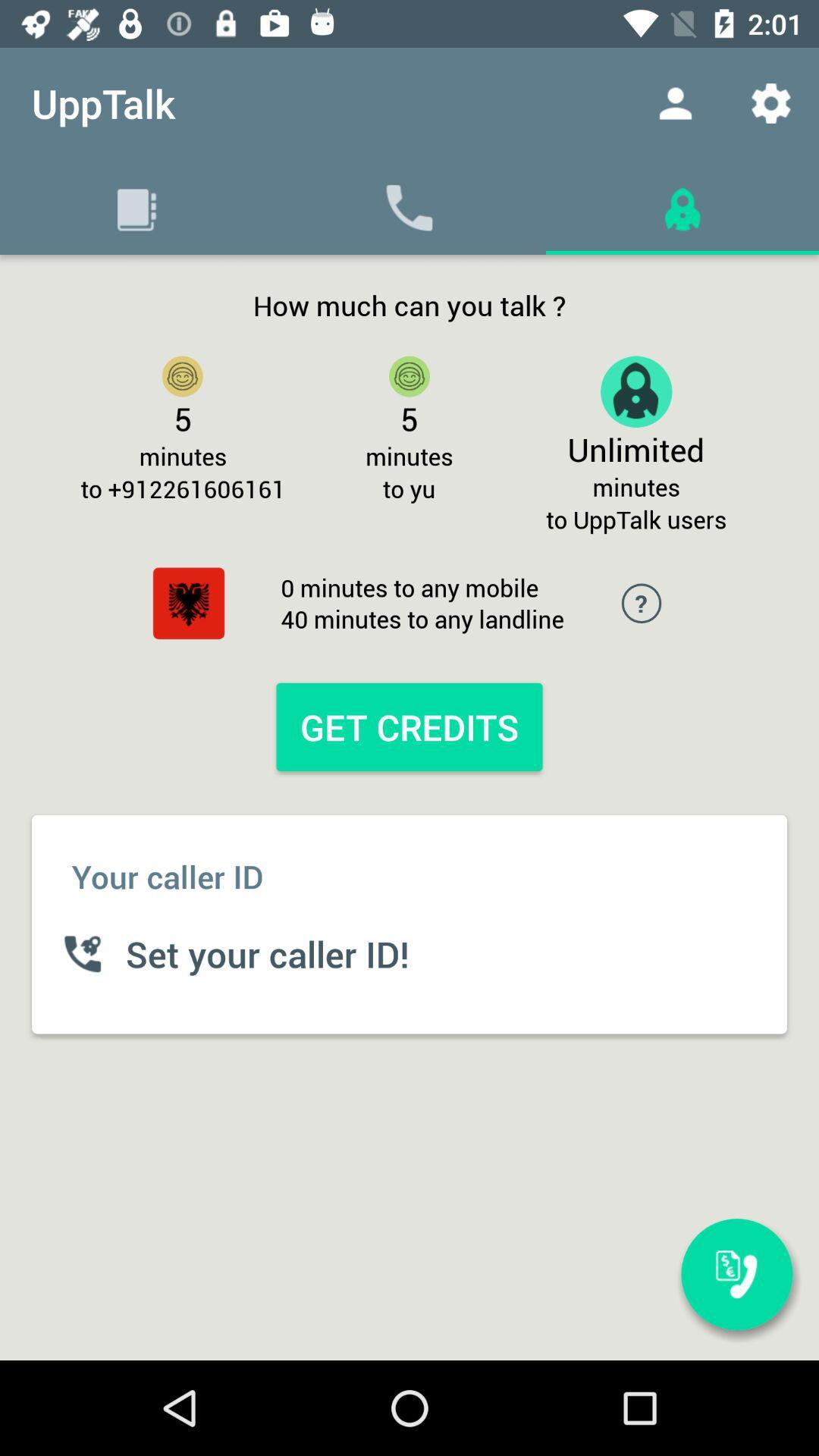 The width and height of the screenshot is (819, 1456). Describe the element at coordinates (136, 206) in the screenshot. I see `the contacts option from the top left` at that location.